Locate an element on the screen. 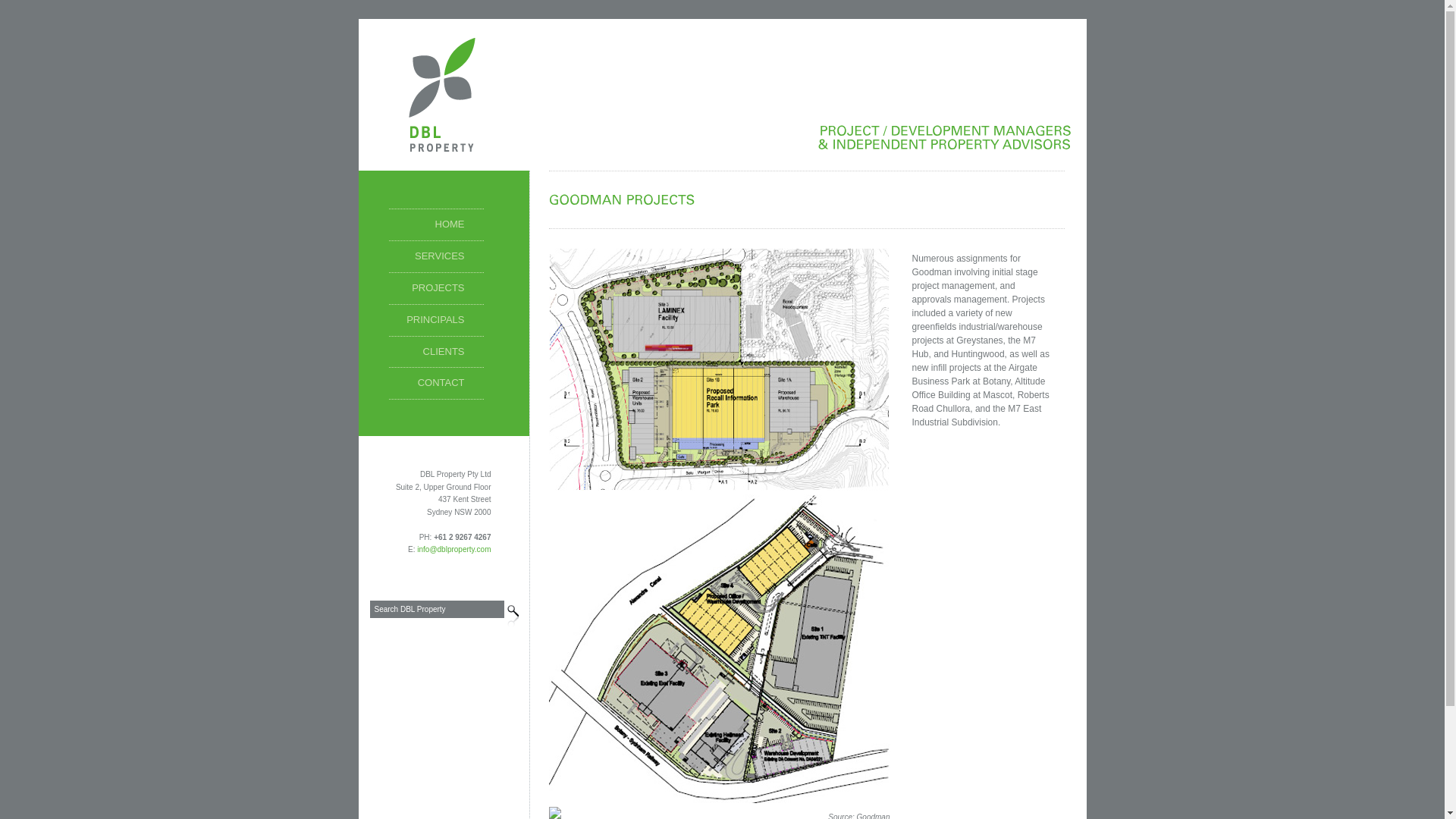 The height and width of the screenshot is (819, 1456). 'info@dblproperty.com' is located at coordinates (417, 549).